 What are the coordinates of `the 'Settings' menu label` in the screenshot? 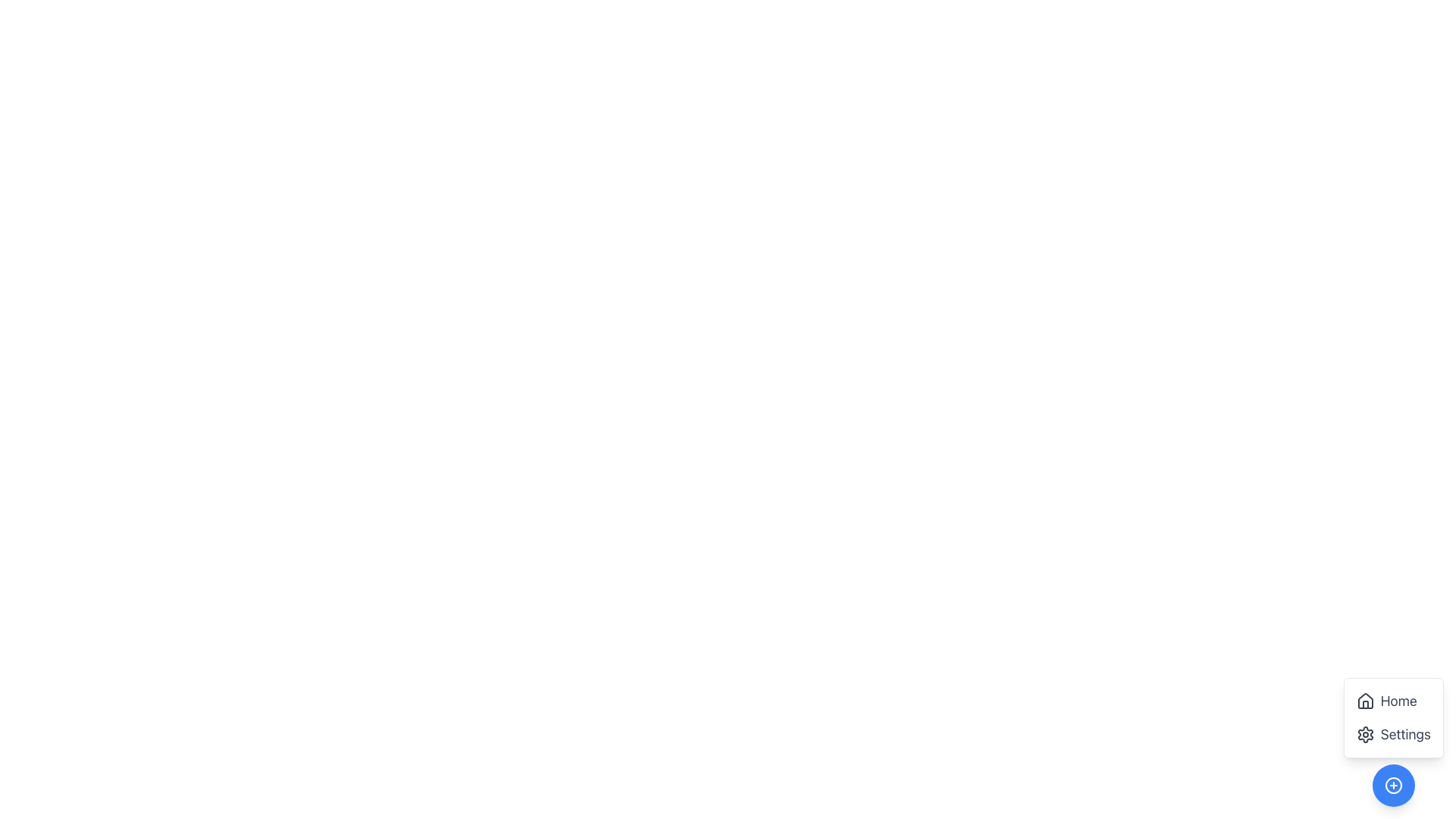 It's located at (1404, 733).